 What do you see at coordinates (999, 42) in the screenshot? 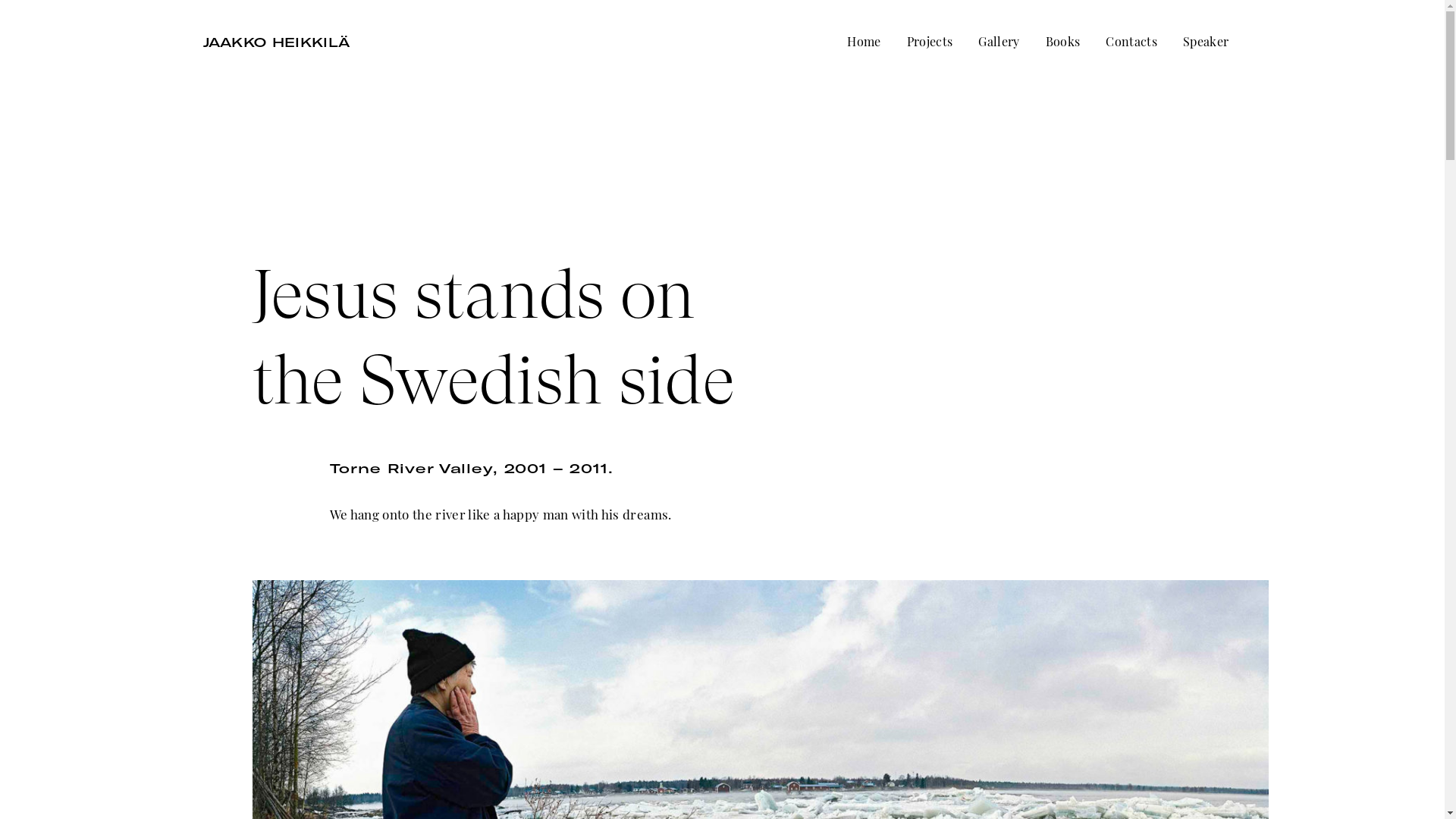
I see `'Gallery'` at bounding box center [999, 42].